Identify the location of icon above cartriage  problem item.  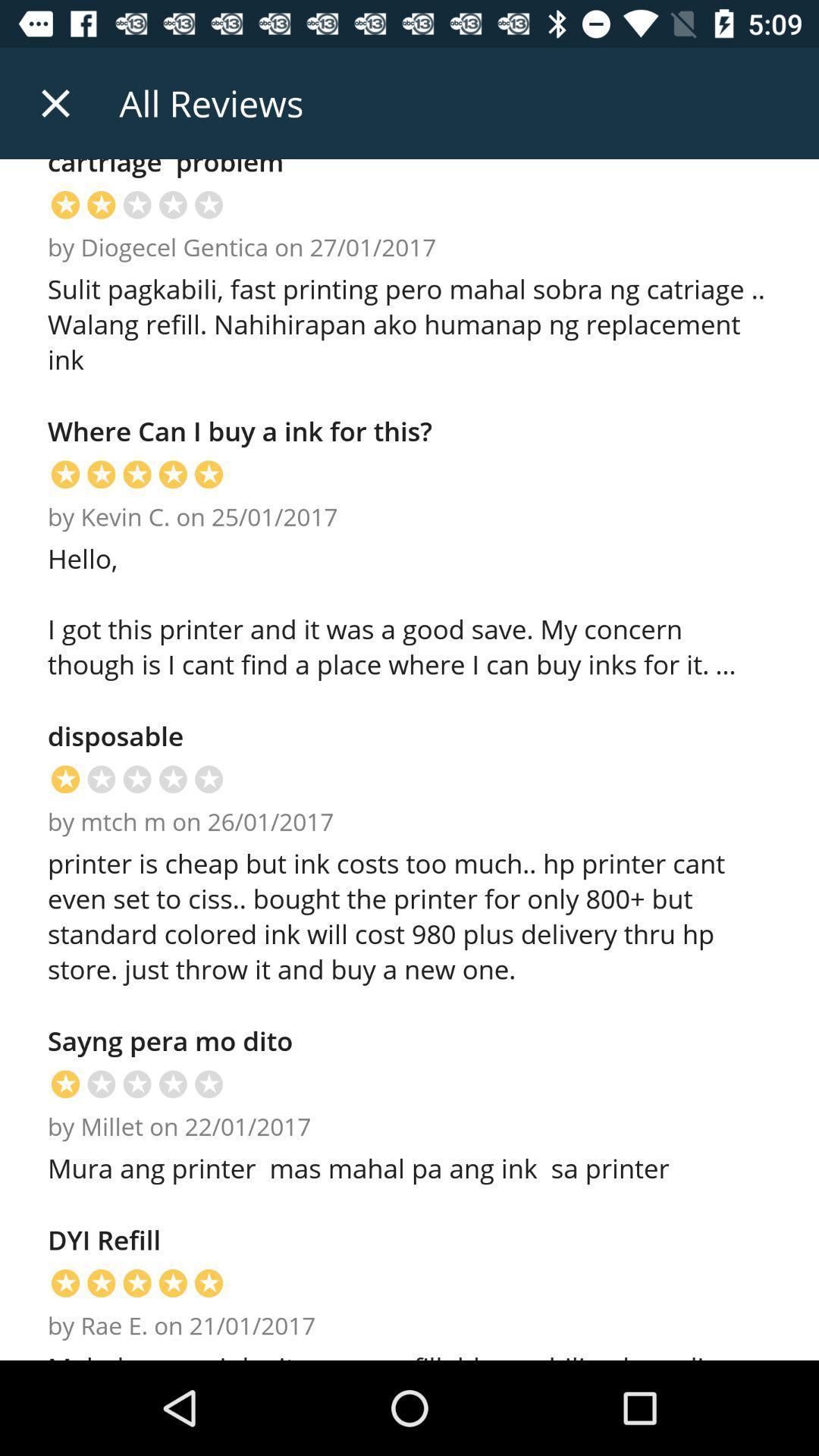
(55, 102).